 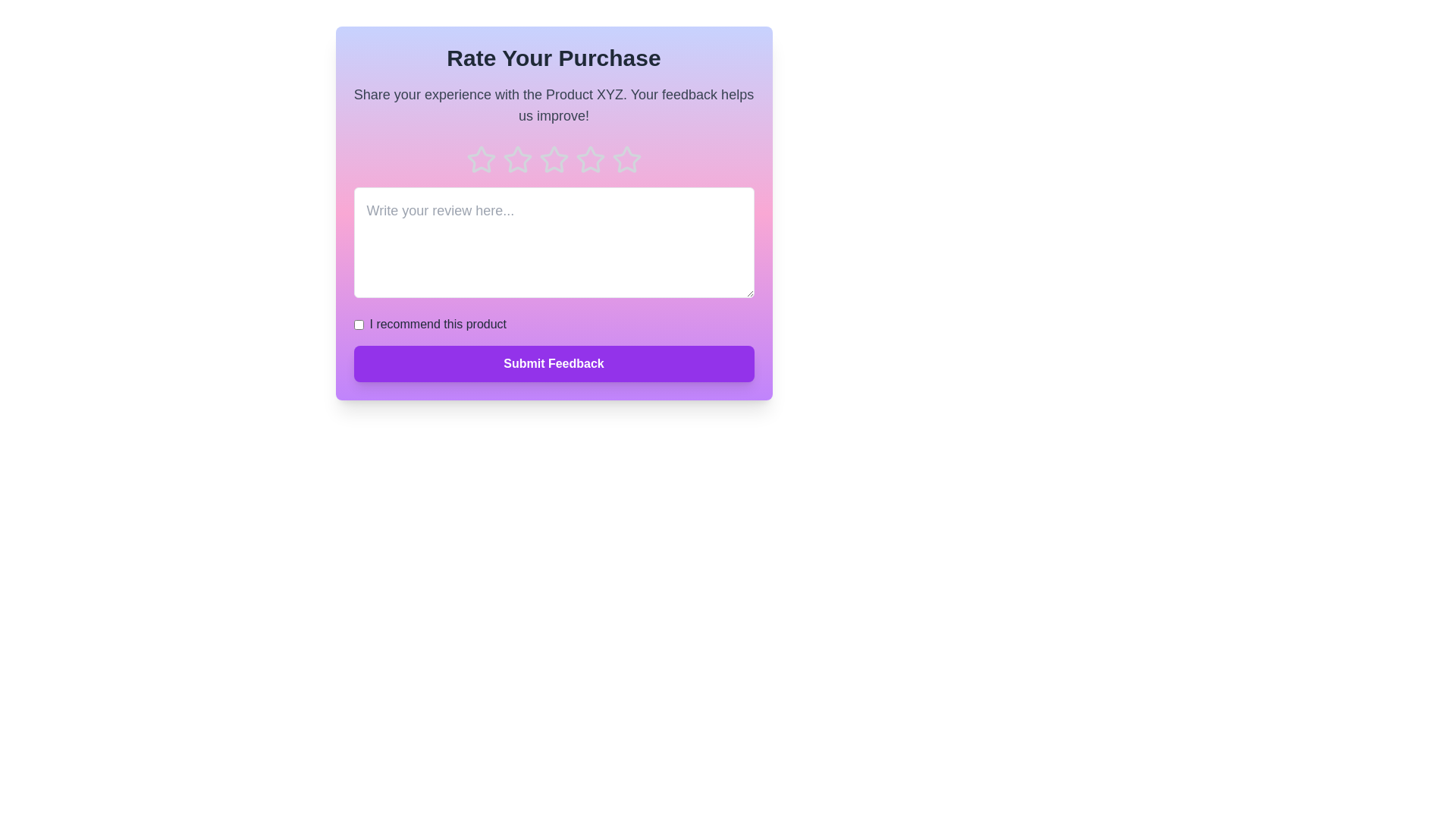 I want to click on the star corresponding to the rating 5, so click(x=626, y=160).